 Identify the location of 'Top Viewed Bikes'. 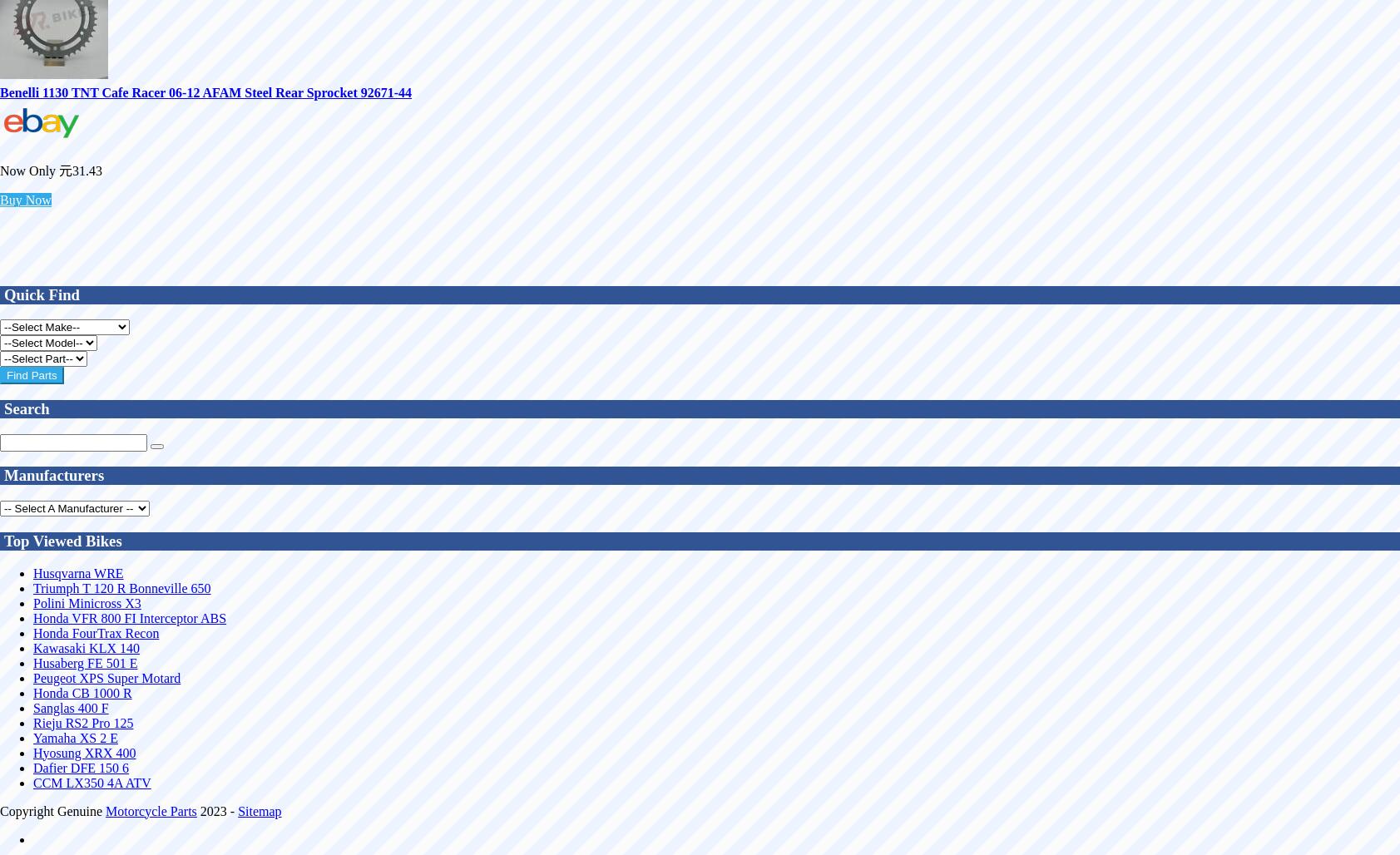
(62, 540).